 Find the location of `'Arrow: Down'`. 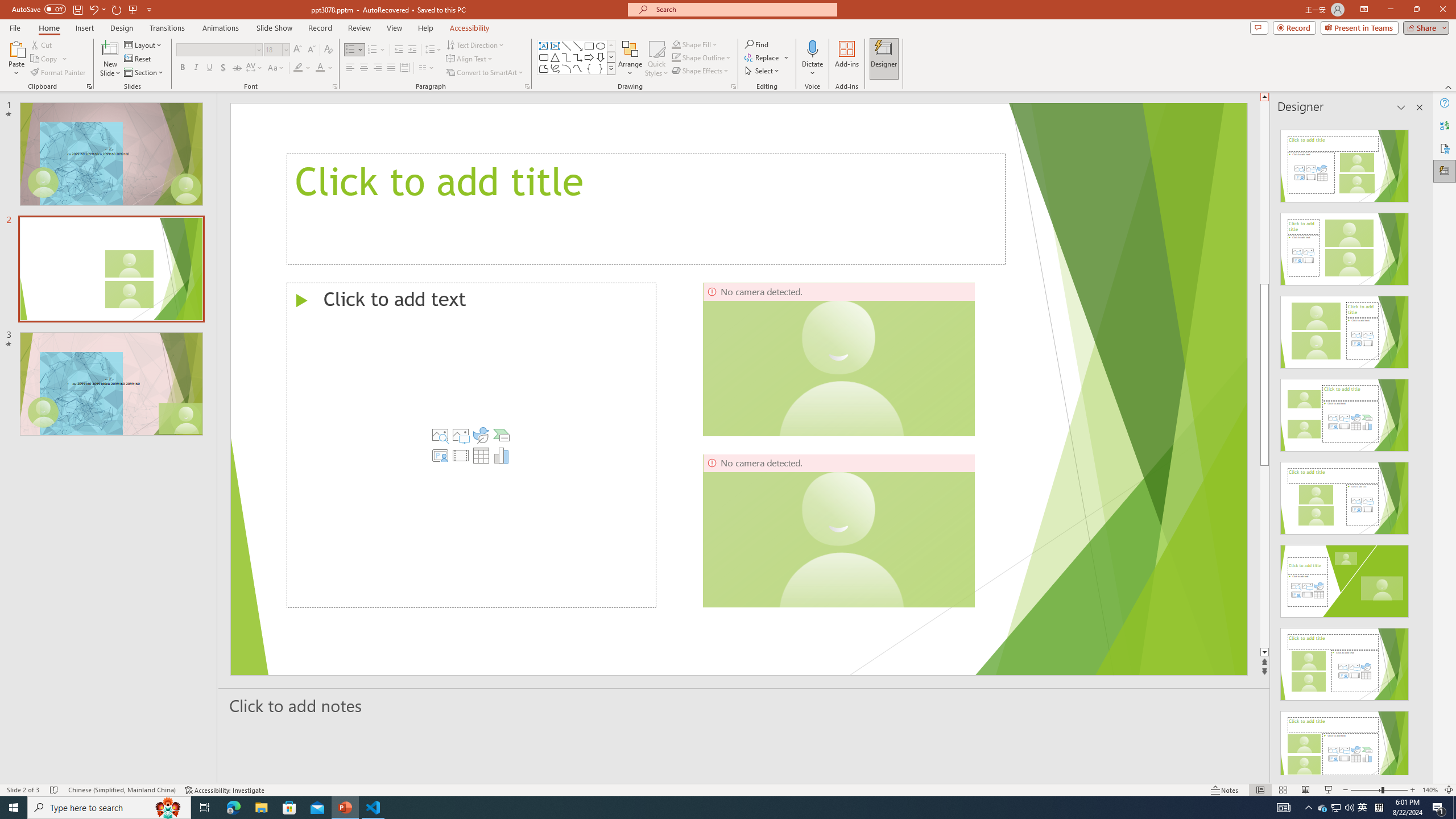

'Arrow: Down' is located at coordinates (600, 56).